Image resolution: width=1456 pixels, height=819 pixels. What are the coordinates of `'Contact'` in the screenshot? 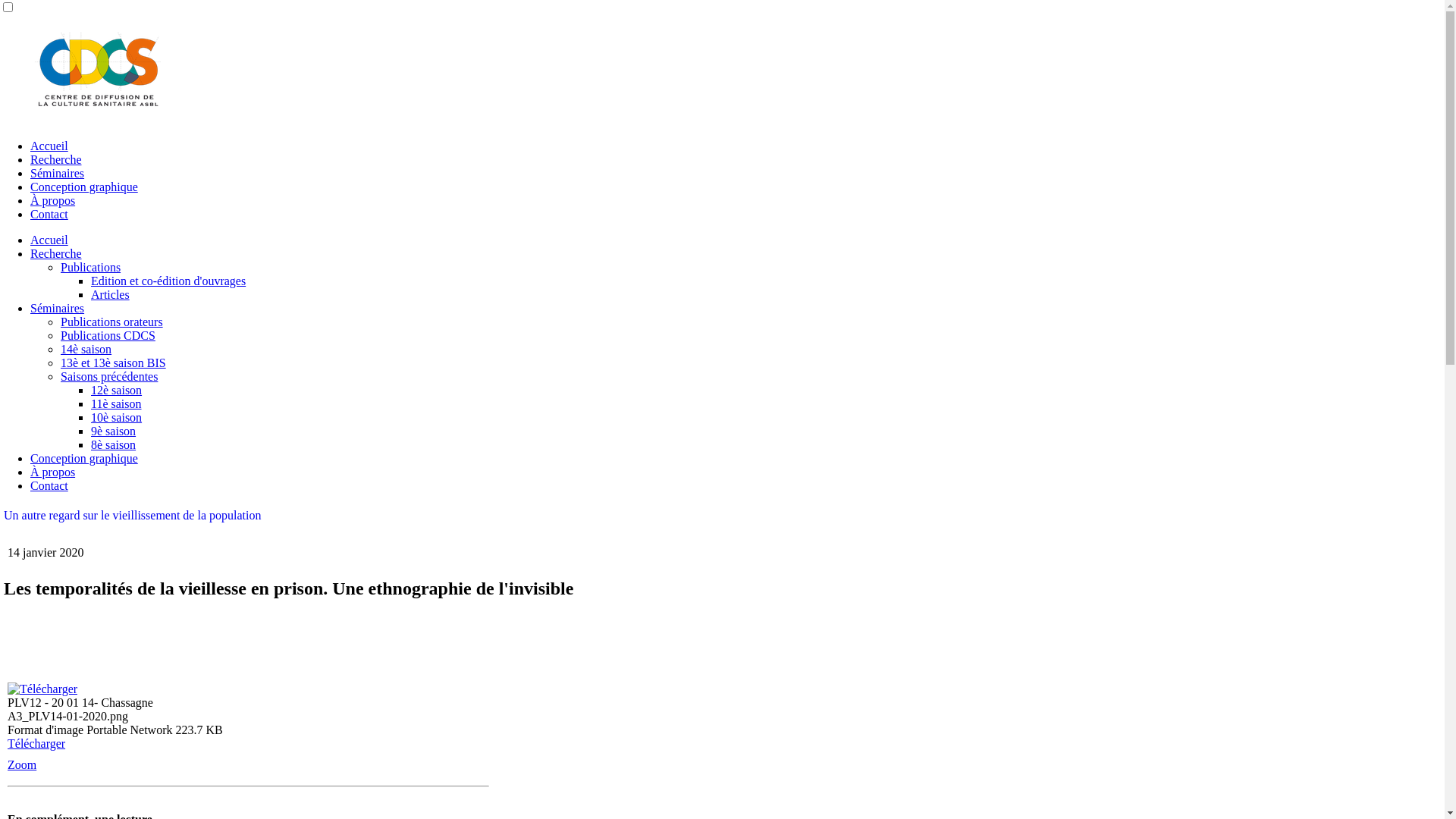 It's located at (30, 485).